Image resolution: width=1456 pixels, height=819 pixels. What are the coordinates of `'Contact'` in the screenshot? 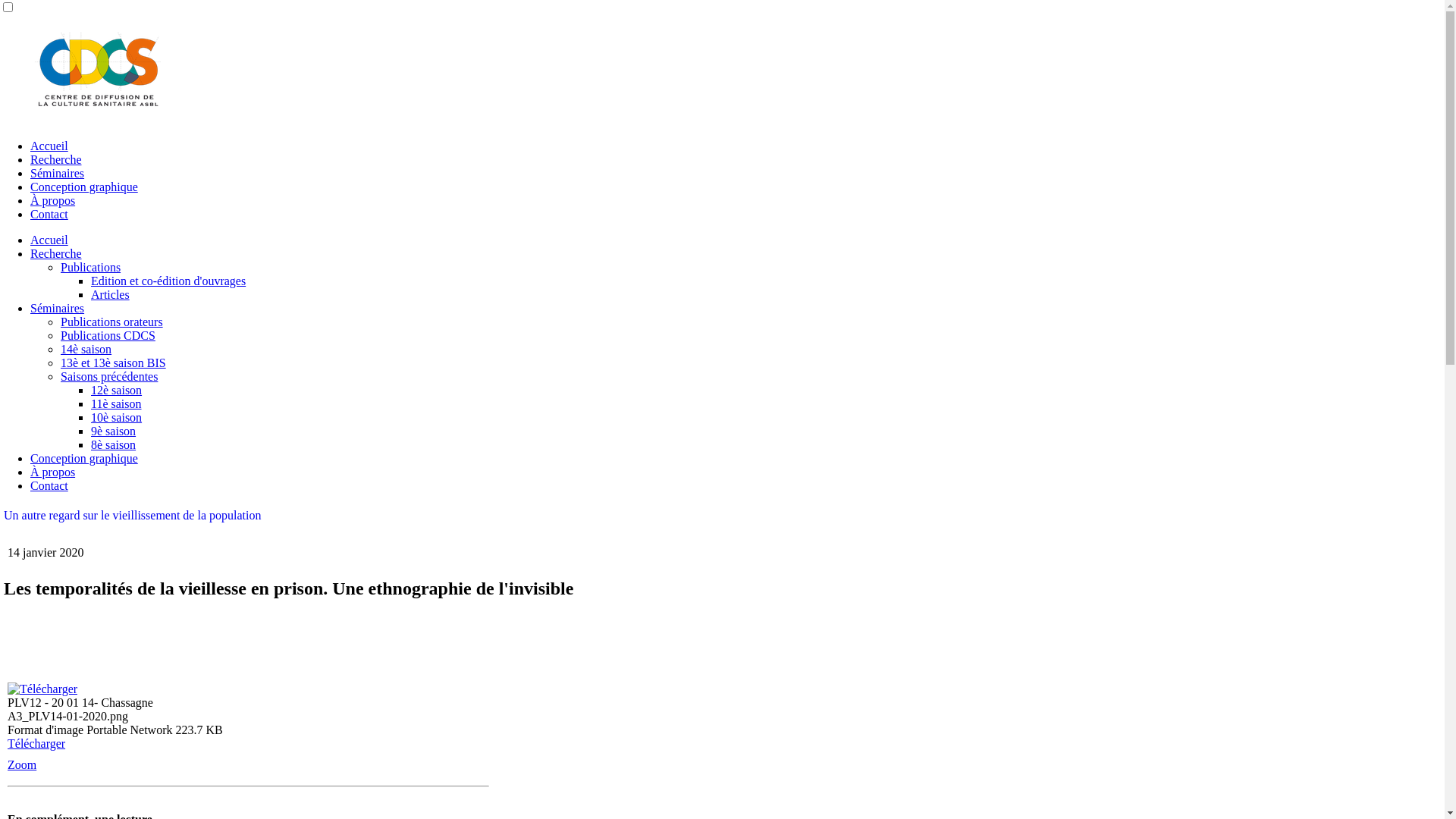 It's located at (30, 485).